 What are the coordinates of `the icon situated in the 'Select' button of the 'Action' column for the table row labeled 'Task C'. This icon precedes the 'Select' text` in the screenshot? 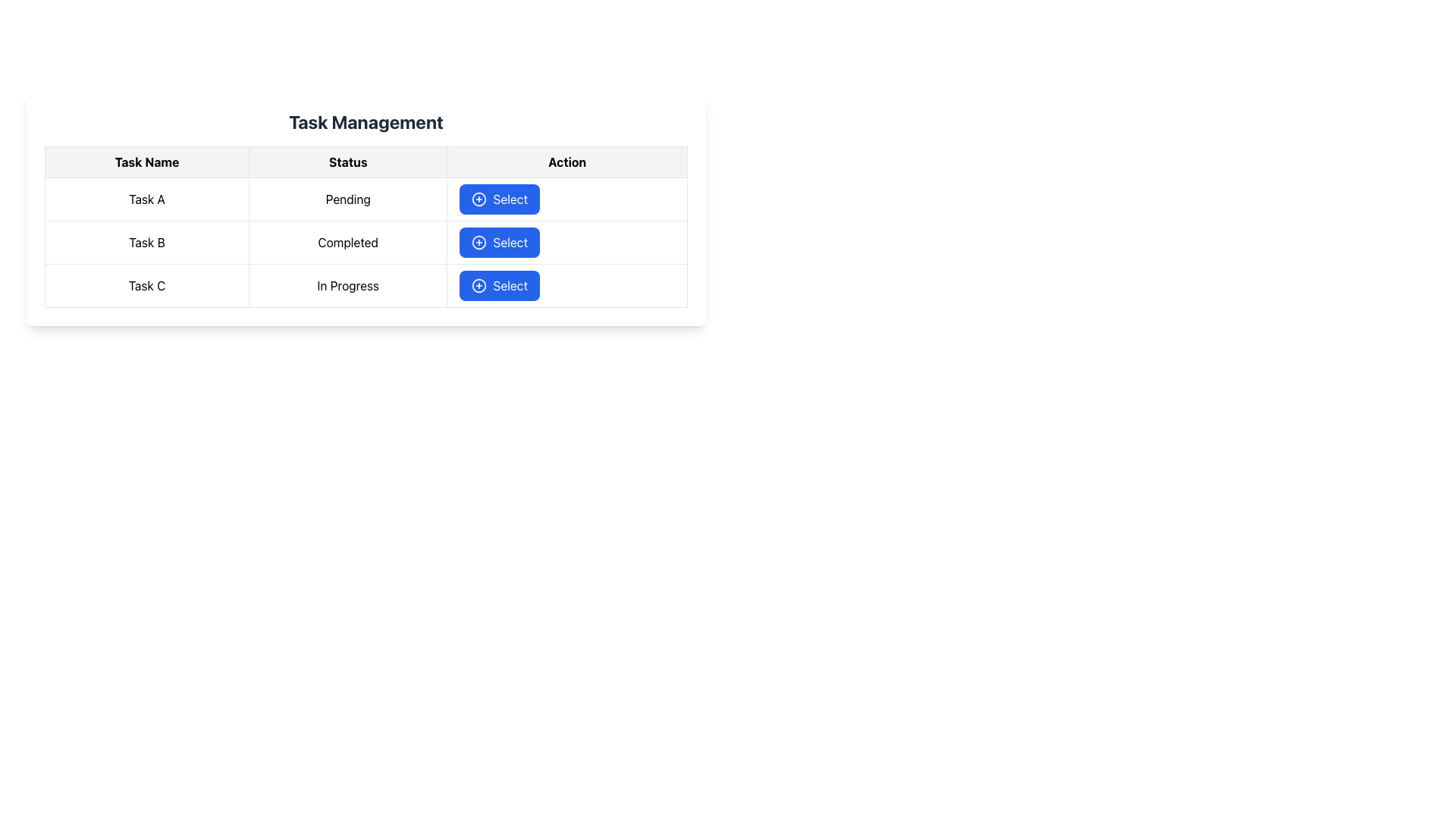 It's located at (479, 286).